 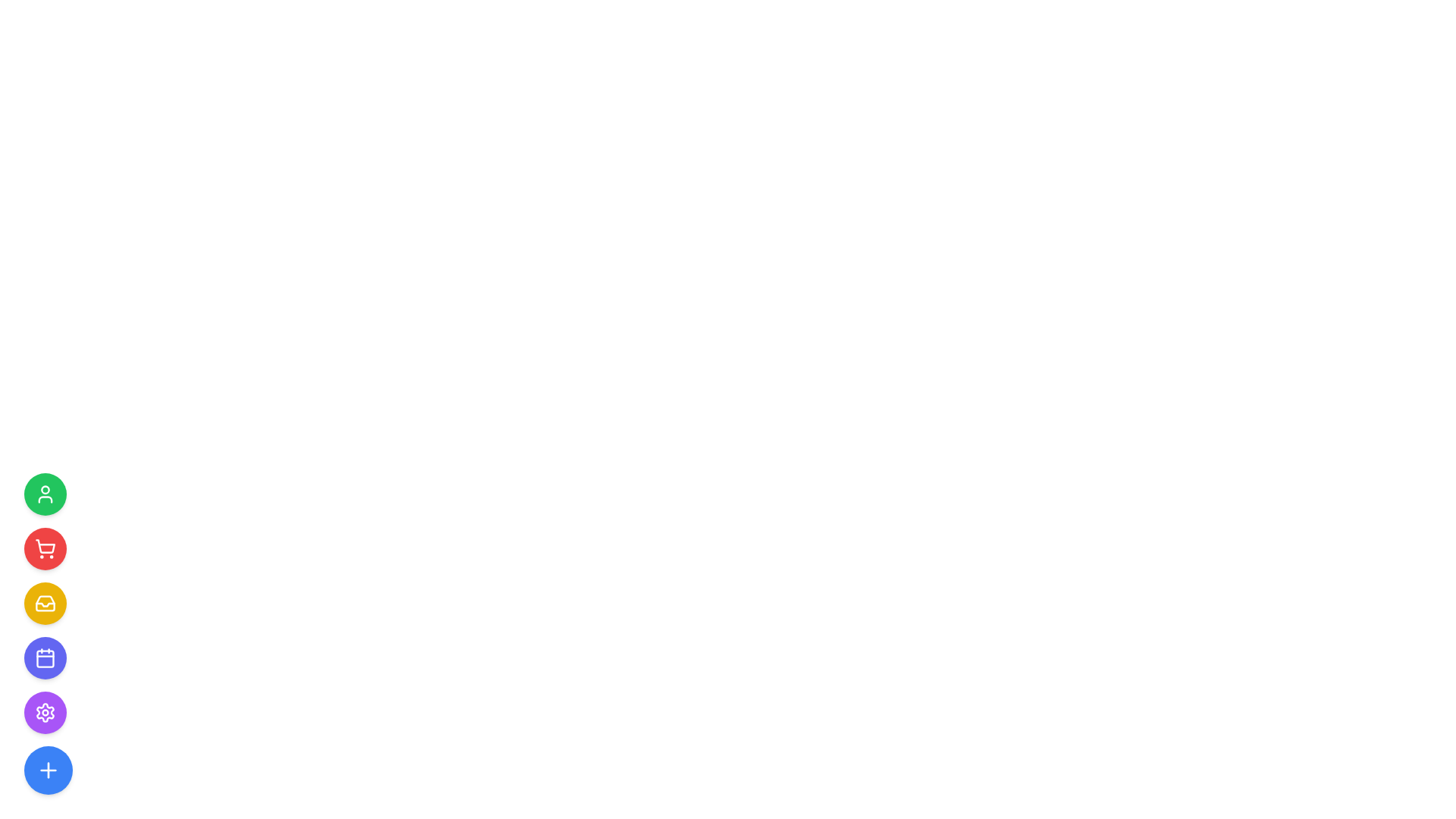 I want to click on the circular red button with a white shopping cart icon, so click(x=45, y=549).